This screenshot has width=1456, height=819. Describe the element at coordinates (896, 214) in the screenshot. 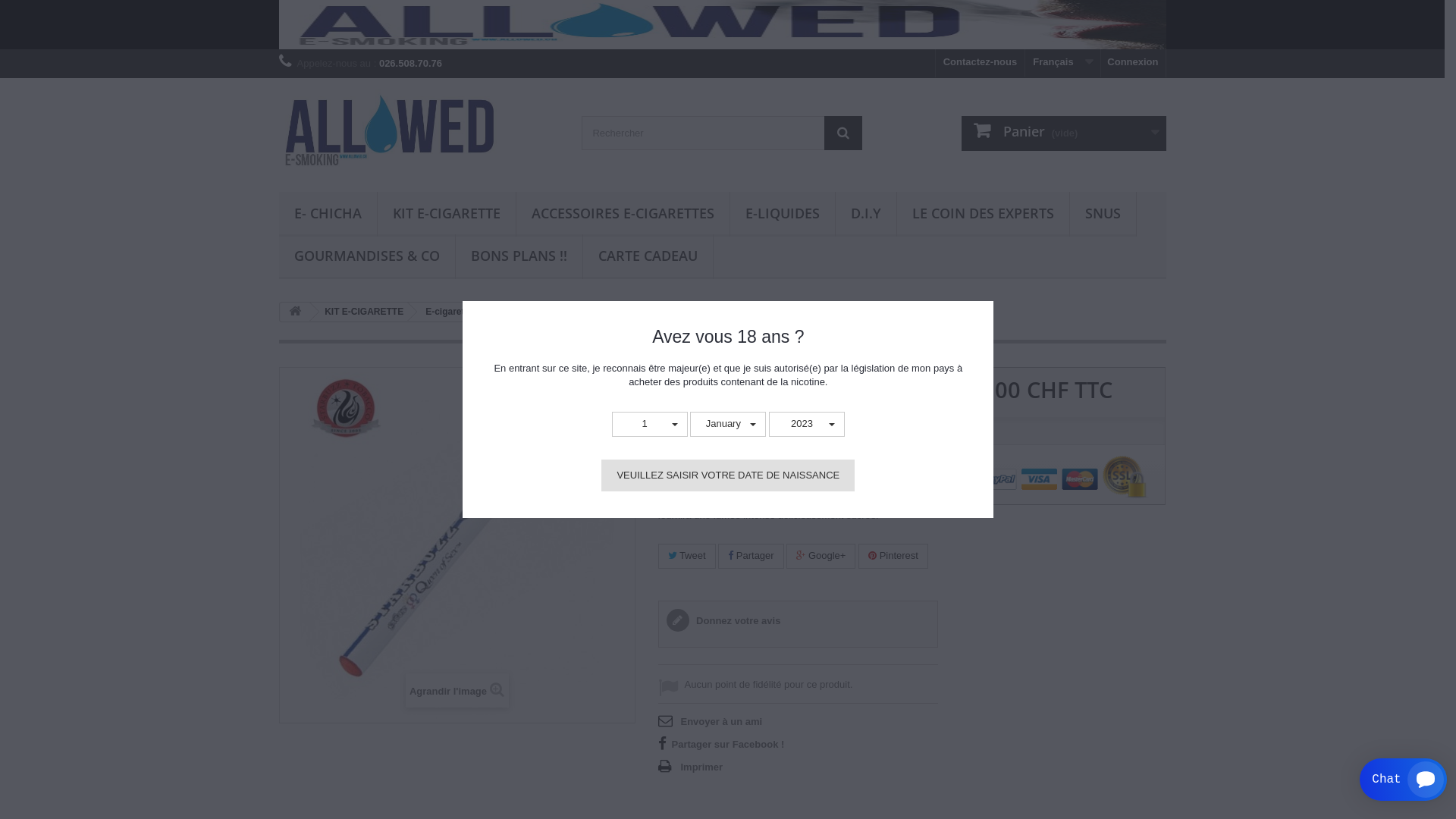

I see `'LE COIN DES EXPERTS'` at that location.